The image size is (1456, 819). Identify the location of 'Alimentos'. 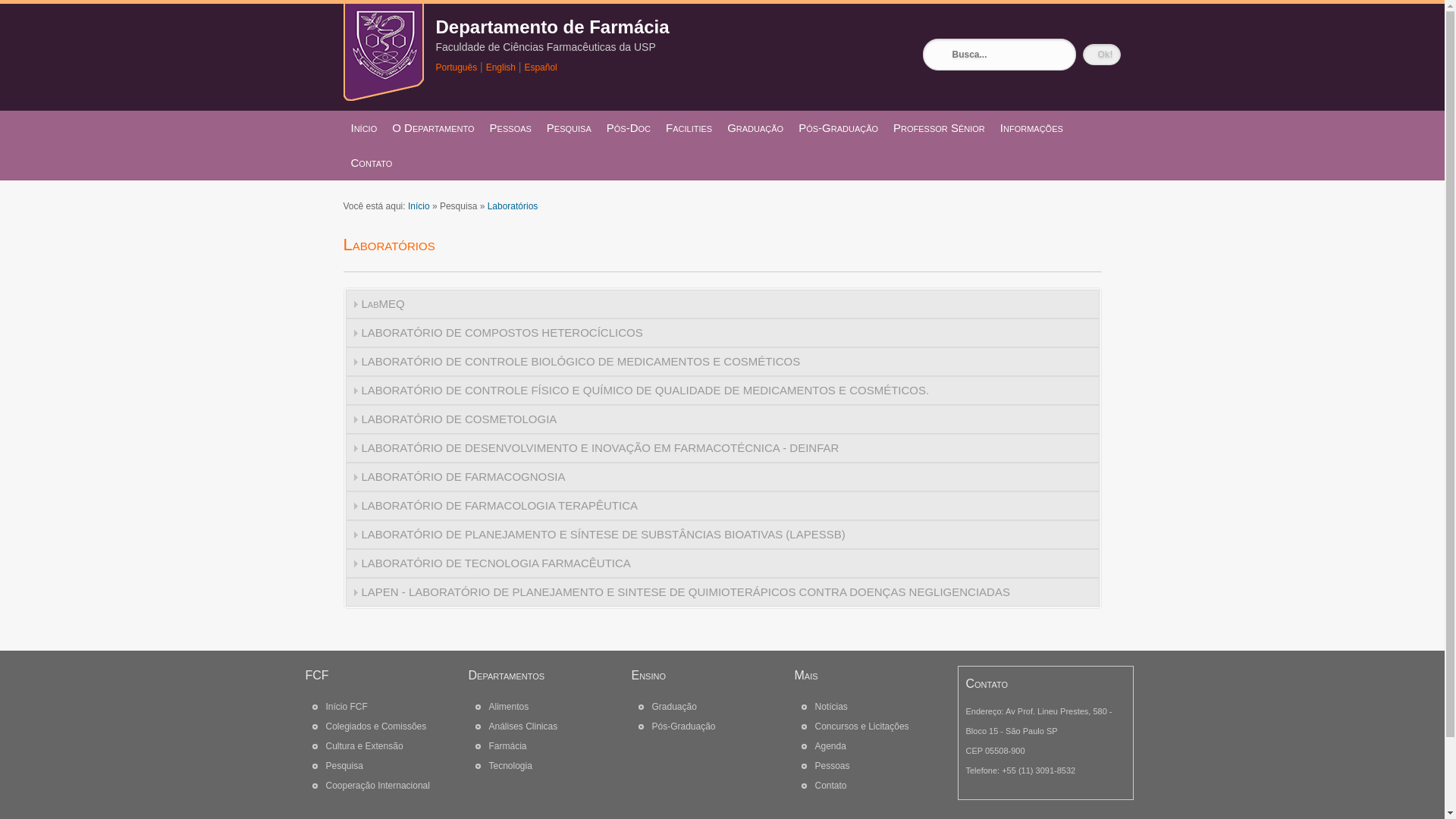
(508, 707).